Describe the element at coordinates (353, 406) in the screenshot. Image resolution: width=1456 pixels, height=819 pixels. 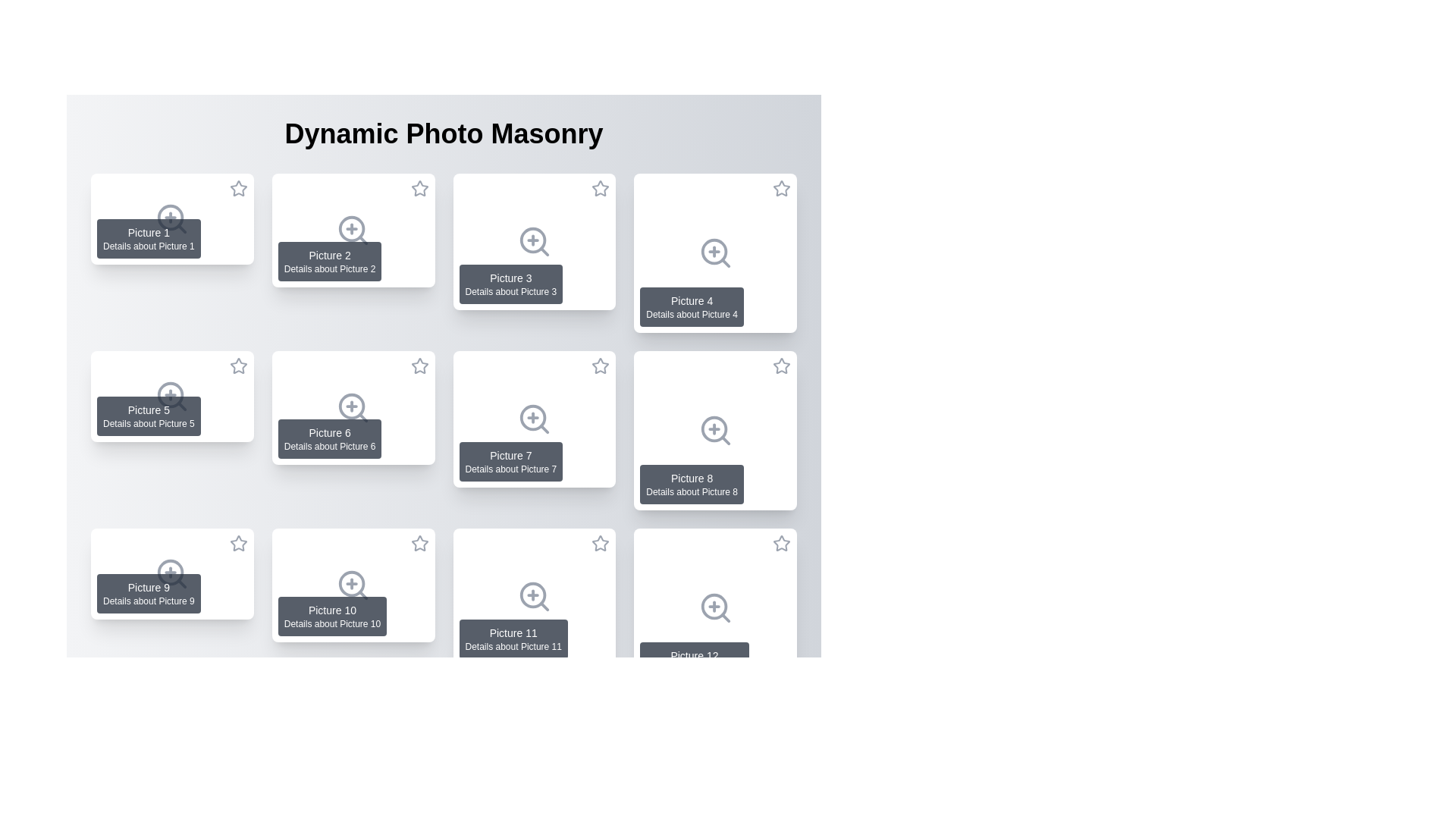
I see `the image labeled 'Picture 6' in the Card Component to enlarge it` at that location.